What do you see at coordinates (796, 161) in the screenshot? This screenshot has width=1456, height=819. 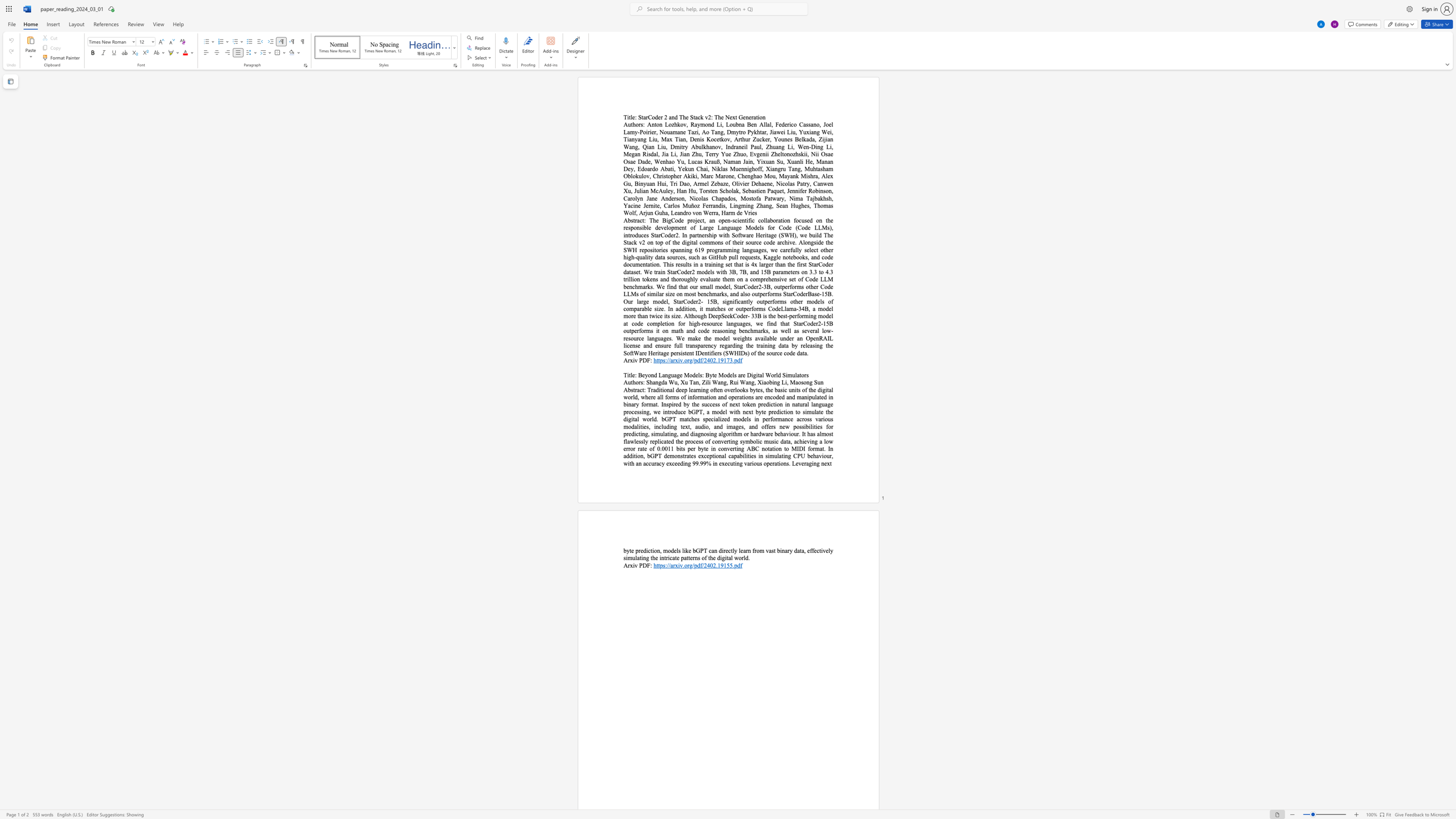 I see `the subset text "nli He," within the text "Anton Lozhkov, Raymond Li, Loubna Ben Allal, Federico Cassano, Joel Lamy-Poirier, Nouamane Tazi, Ao Tang, Dmytro Pykhtar, Jiawei Liu, Yuxiang Wei, Tianyang Liu, Max Tian, Denis Kocetkov, Arthur Zucker, Younes Belkada, Zijian Wang, Qian Liu, Dmitry Abulkhanov, Indraneil Paul, Zhuang Li, Wen-Ding Li, Megan Risdal, Jia Li, Jian Zhu, Terry Yue Zhuo, Evgenii Zheltonozhskii, Nii Osae Osae Dade, Wenhao Yu, Lucas Krauß, Naman Jain, Yixuan Su, Xuanli He, Manan Dey, Edoardo Abati, Yekun Chai, Niklas Muennighoff, Xiangru Tang, Muhtasham Oblokulov, Christopher Akiki, Marc Marone, Chenghao Mou, Mayank Mishra, Alex Gu, Binyuan Hui, Tri Dao, Armel Zebaze, Olivier Dehaene, Nicolas Patry, Canwen Xu, Julian McAuley, Han Hu, Torsten Scholak, Sebastien Paquet, Jennifer Robinson, Carolyn Jane Anderson, Nicolas Chapados, Mostofa Patwary, Nima Tajbakhsh, Yacine Jernite, Carlos Muñoz Ferrandis, Lingming Zhang, Sean Hughes, Thomas Wolf, Arjun Guha, Leandro von Werra, Harm de Vries"` at bounding box center [796, 161].